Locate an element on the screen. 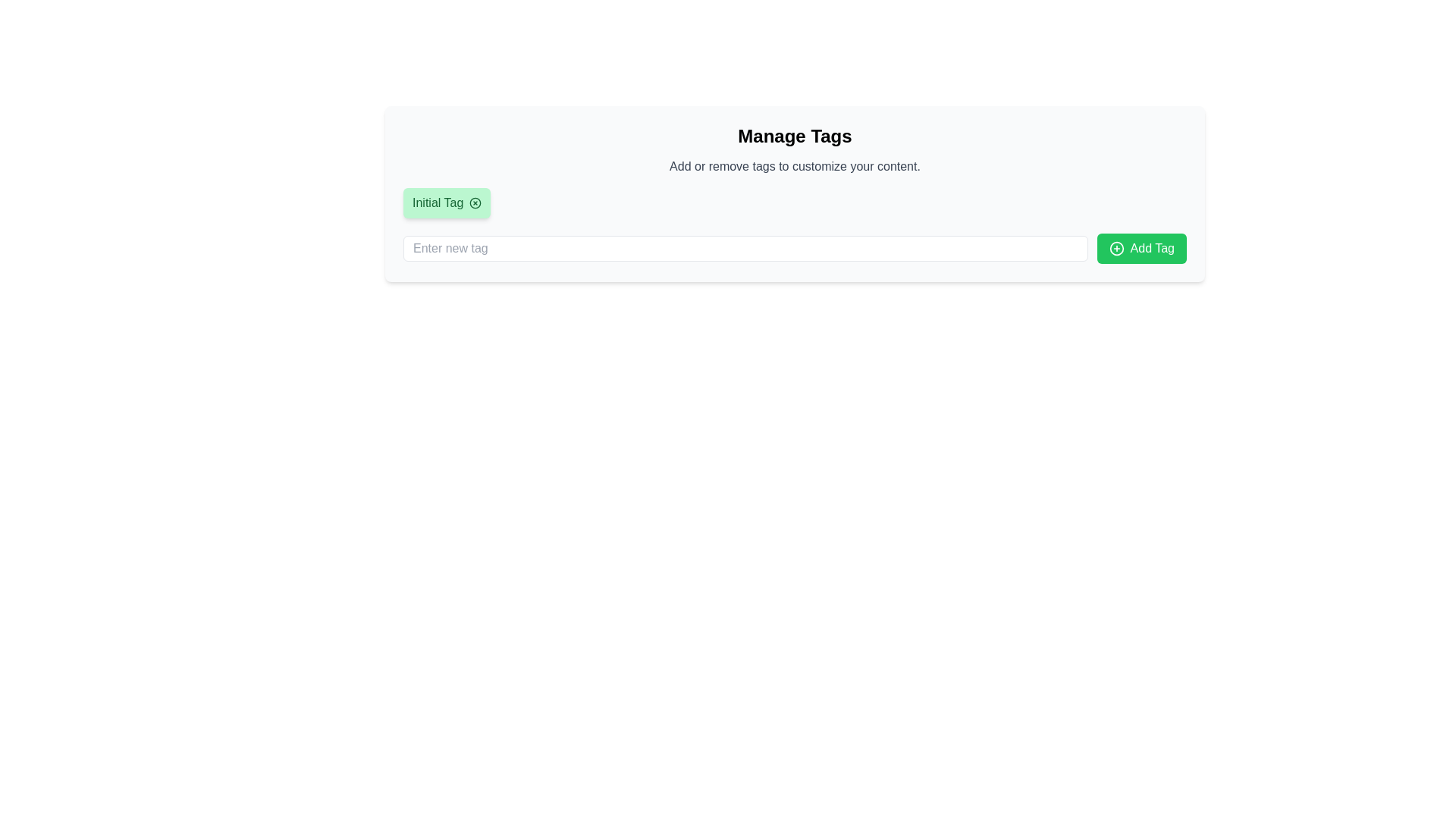  the text block containing the heading 'Manage Tags' and the description 'Add or remove tags to customize your content.' is located at coordinates (794, 149).